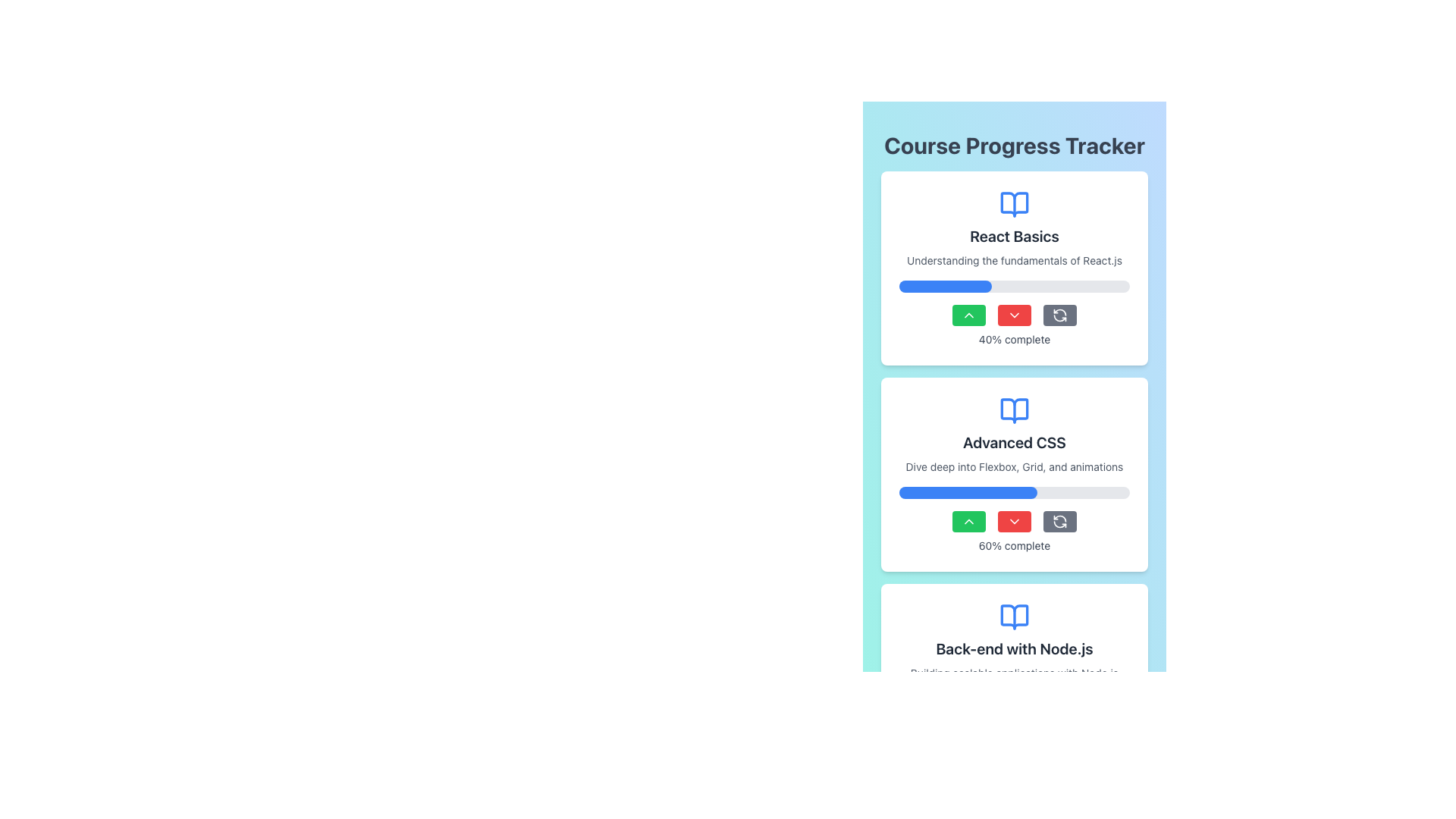 Image resolution: width=1456 pixels, height=819 pixels. What do you see at coordinates (1015, 205) in the screenshot?
I see `the icon representing the course or learning module located at the top center of the card above the text 'React Basics'` at bounding box center [1015, 205].